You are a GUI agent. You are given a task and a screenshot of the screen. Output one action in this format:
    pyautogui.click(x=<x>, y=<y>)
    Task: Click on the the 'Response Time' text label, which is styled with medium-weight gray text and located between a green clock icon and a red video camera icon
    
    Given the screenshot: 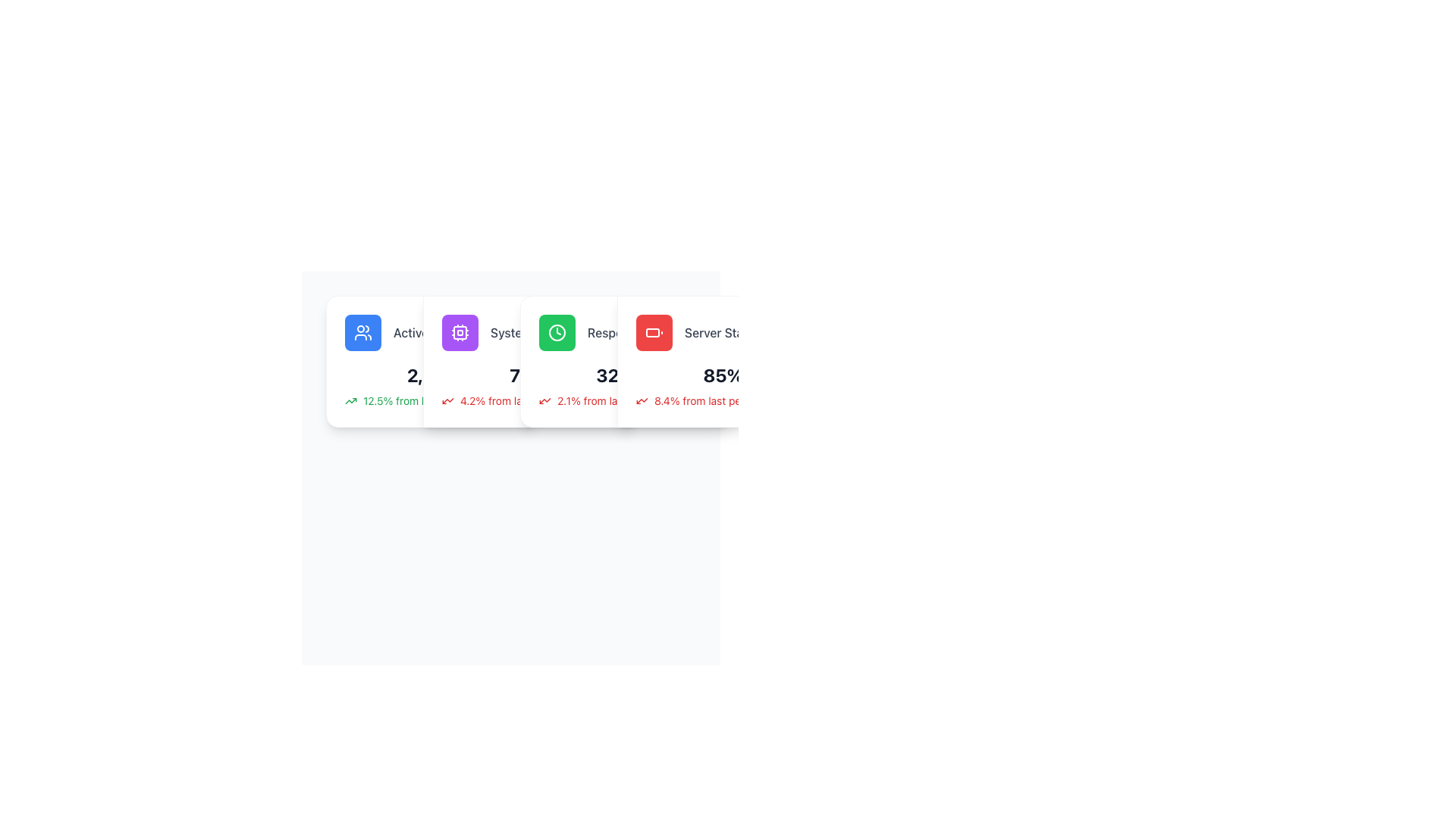 What is the action you would take?
    pyautogui.click(x=630, y=332)
    